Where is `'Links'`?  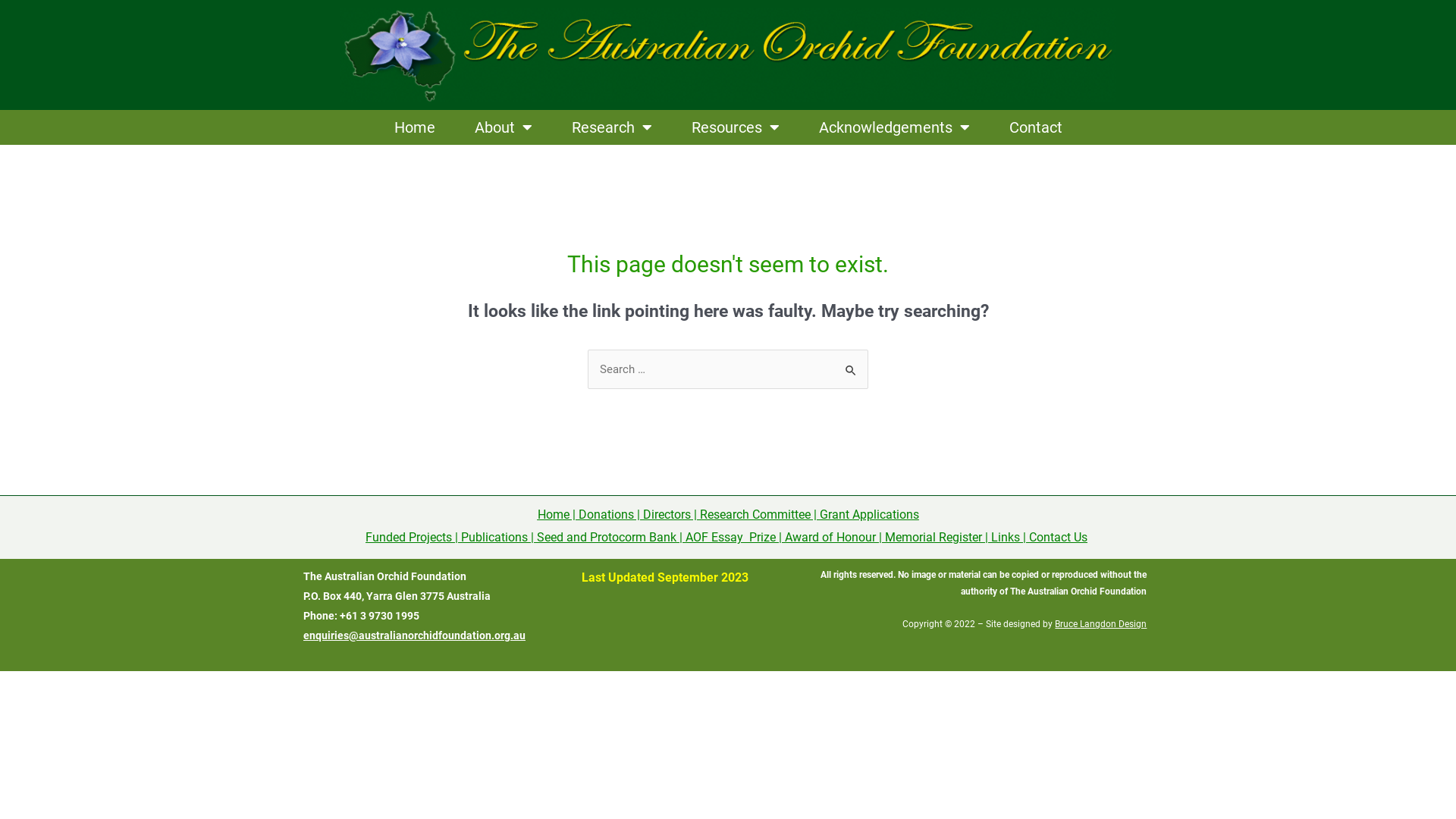
'Links' is located at coordinates (1005, 536).